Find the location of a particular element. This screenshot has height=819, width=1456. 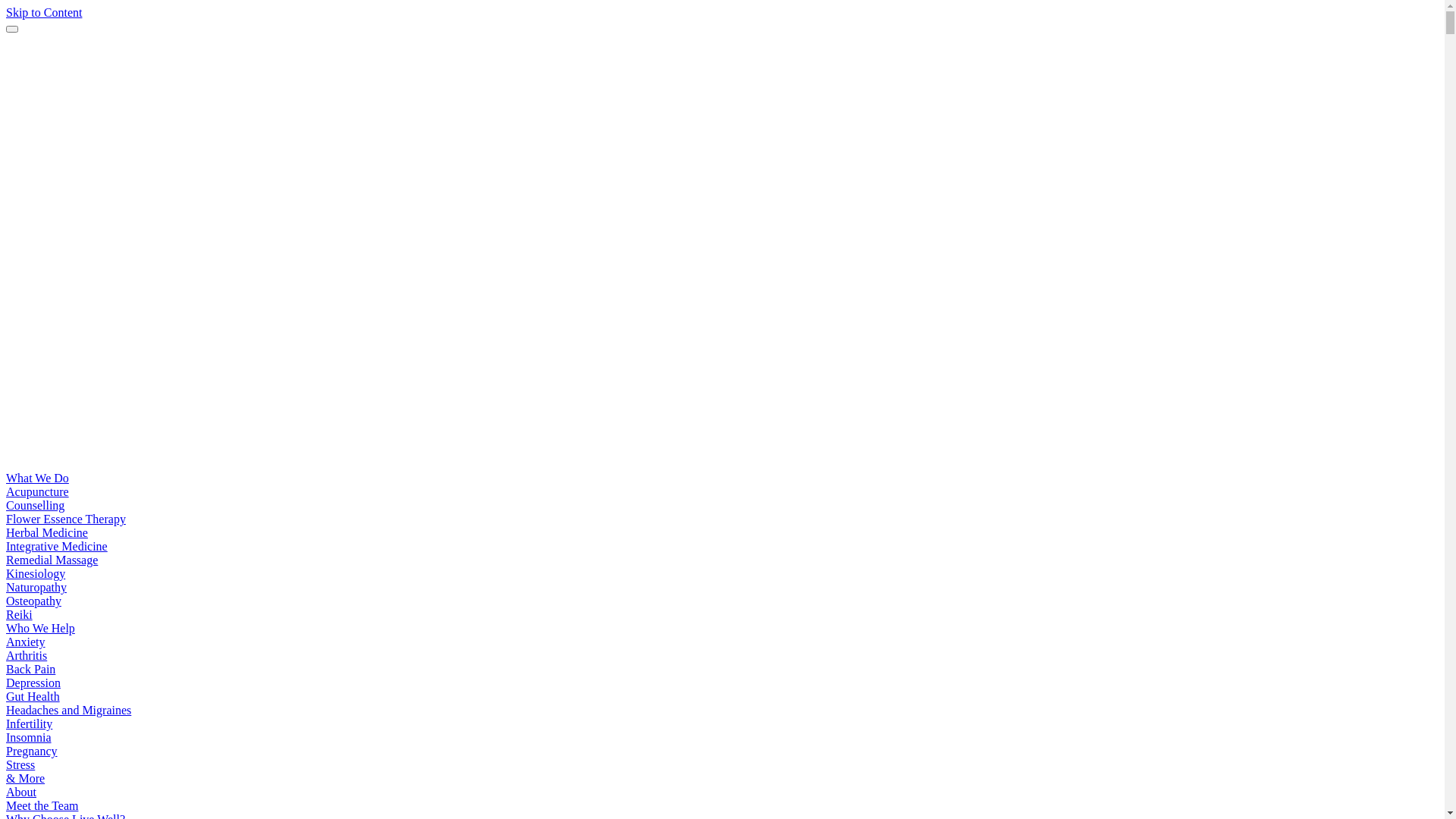

'Reiki' is located at coordinates (19, 614).